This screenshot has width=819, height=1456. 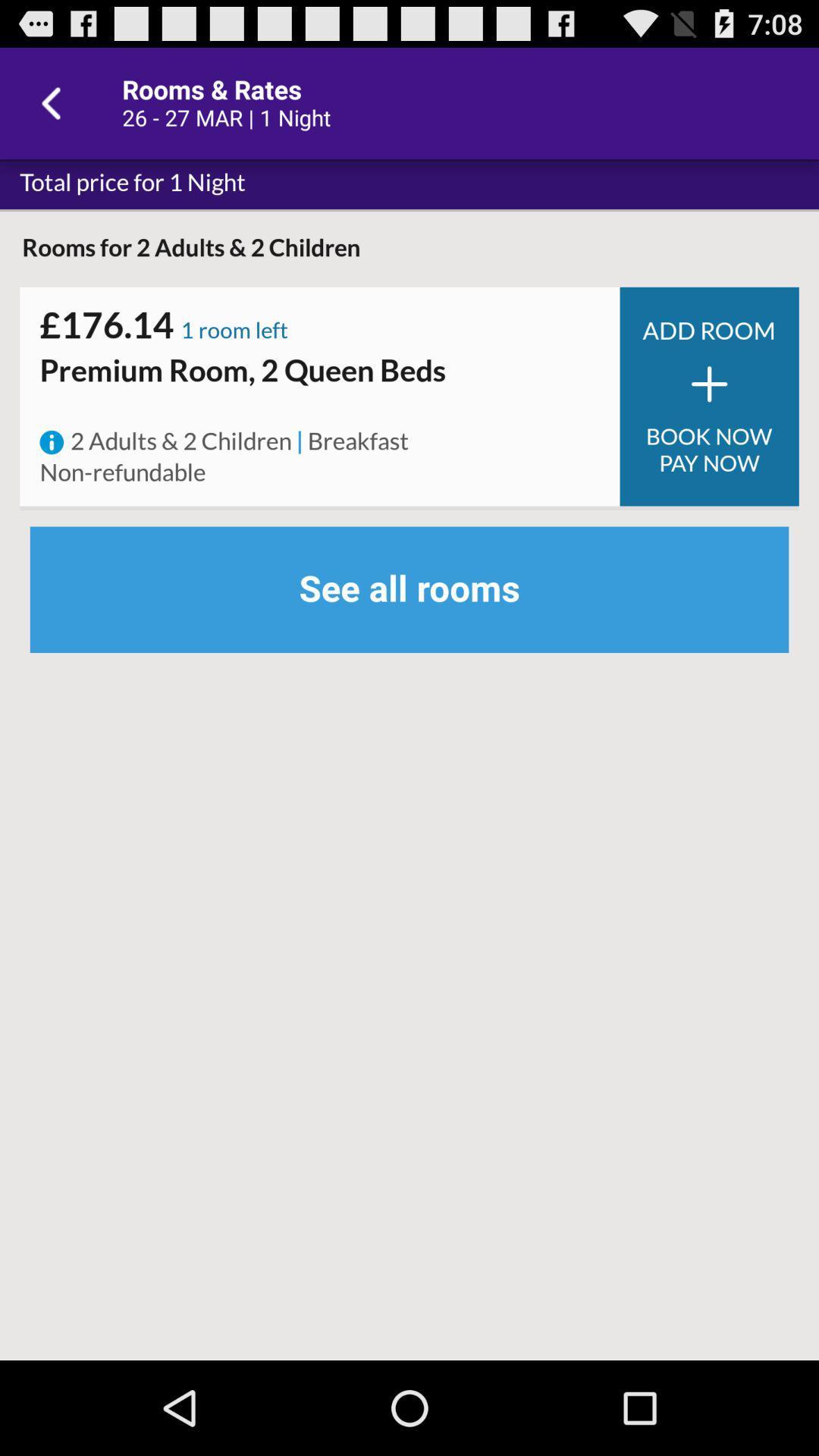 I want to click on the non-refundable item, so click(x=122, y=472).